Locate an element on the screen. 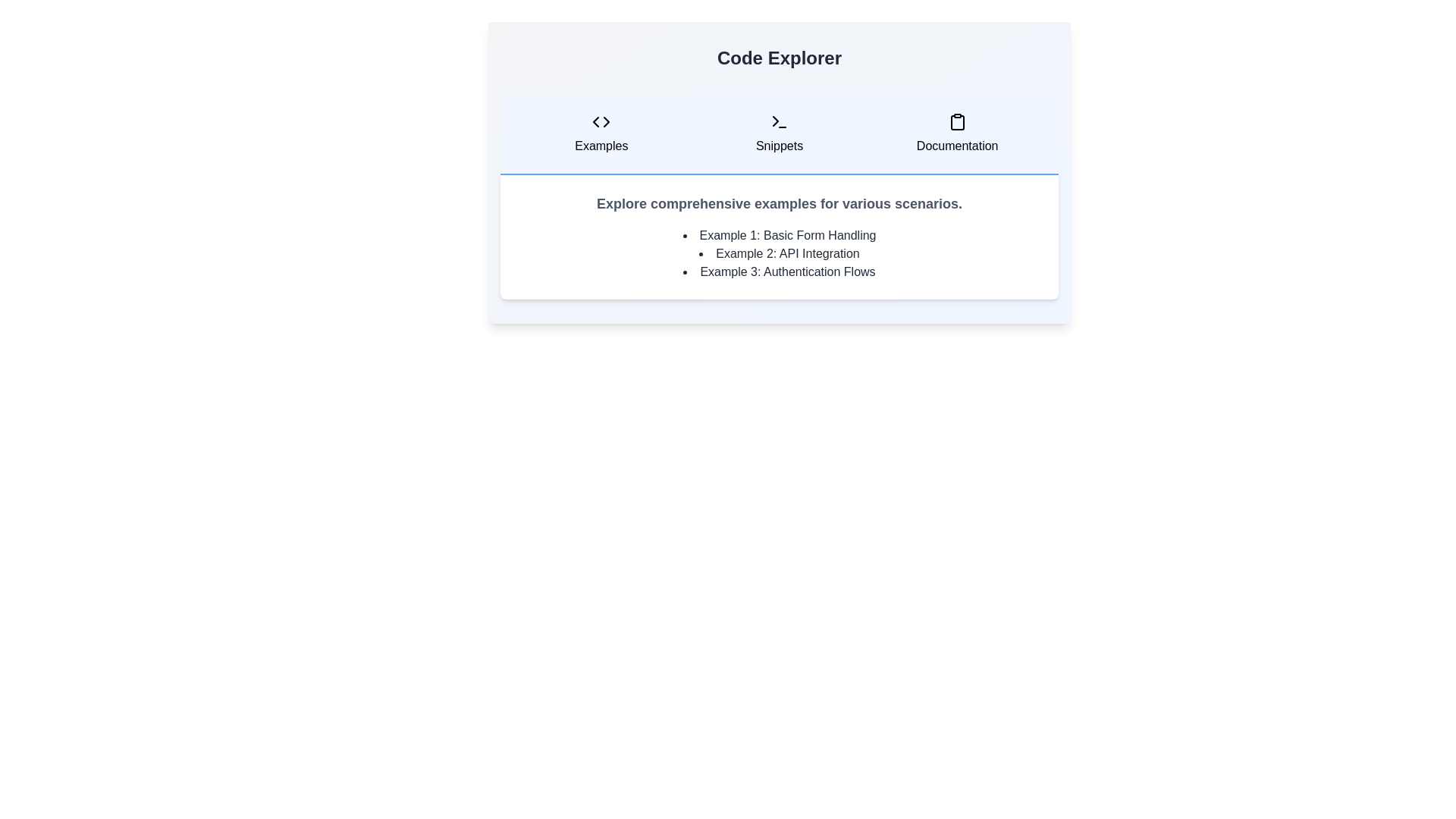 The height and width of the screenshot is (819, 1456). the SVG terminal icon located in the 'Snippets' tab, which is centered horizontally and features a sideways arrow and horizontal line segment in a minimalistic style is located at coordinates (779, 121).